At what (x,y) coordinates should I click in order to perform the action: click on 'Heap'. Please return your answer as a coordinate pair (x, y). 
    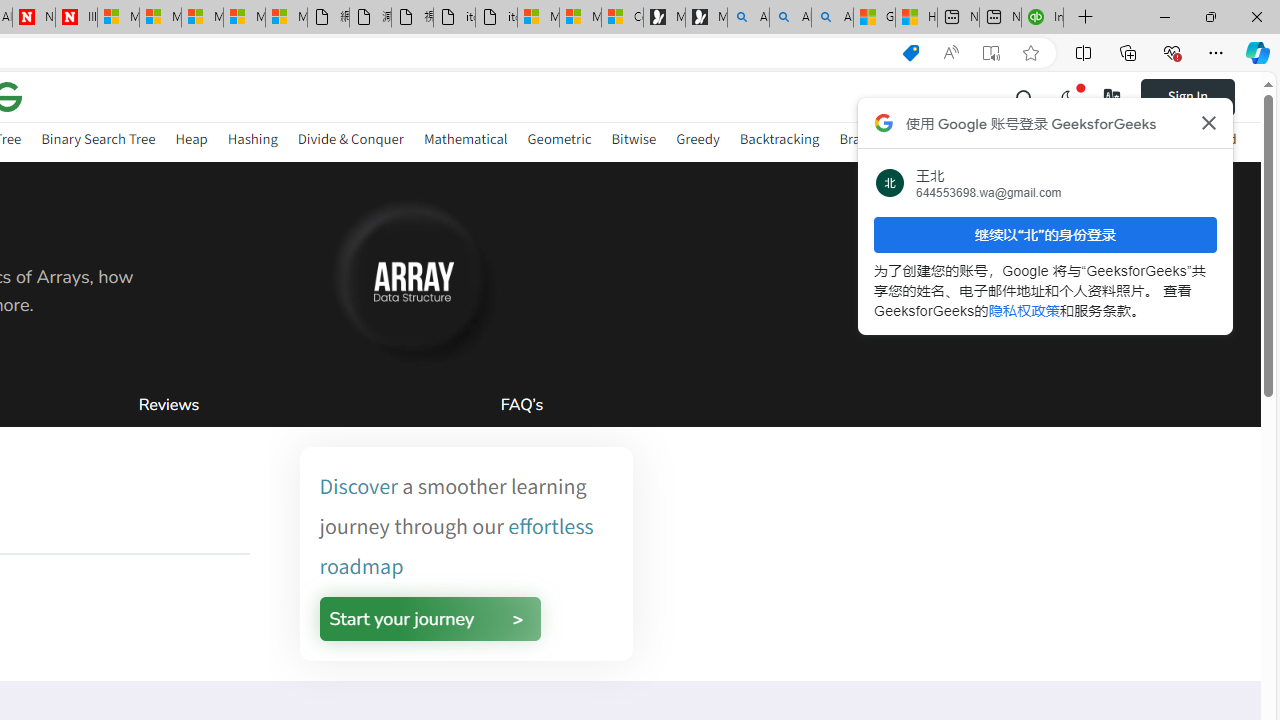
    Looking at the image, I should click on (191, 138).